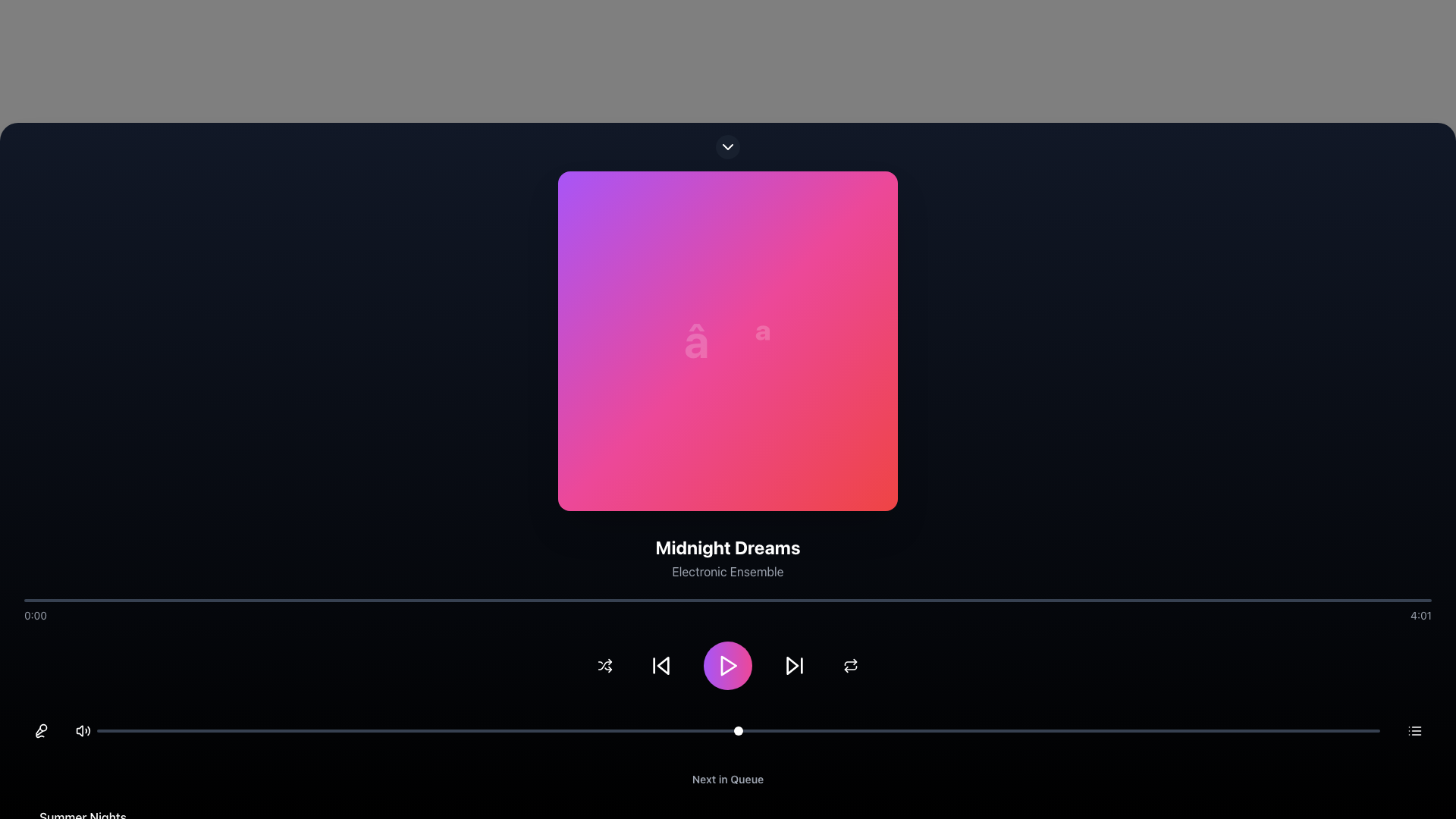  I want to click on the shuffle button with a white shuffle icon located in the control bar below the music player interface, so click(604, 665).